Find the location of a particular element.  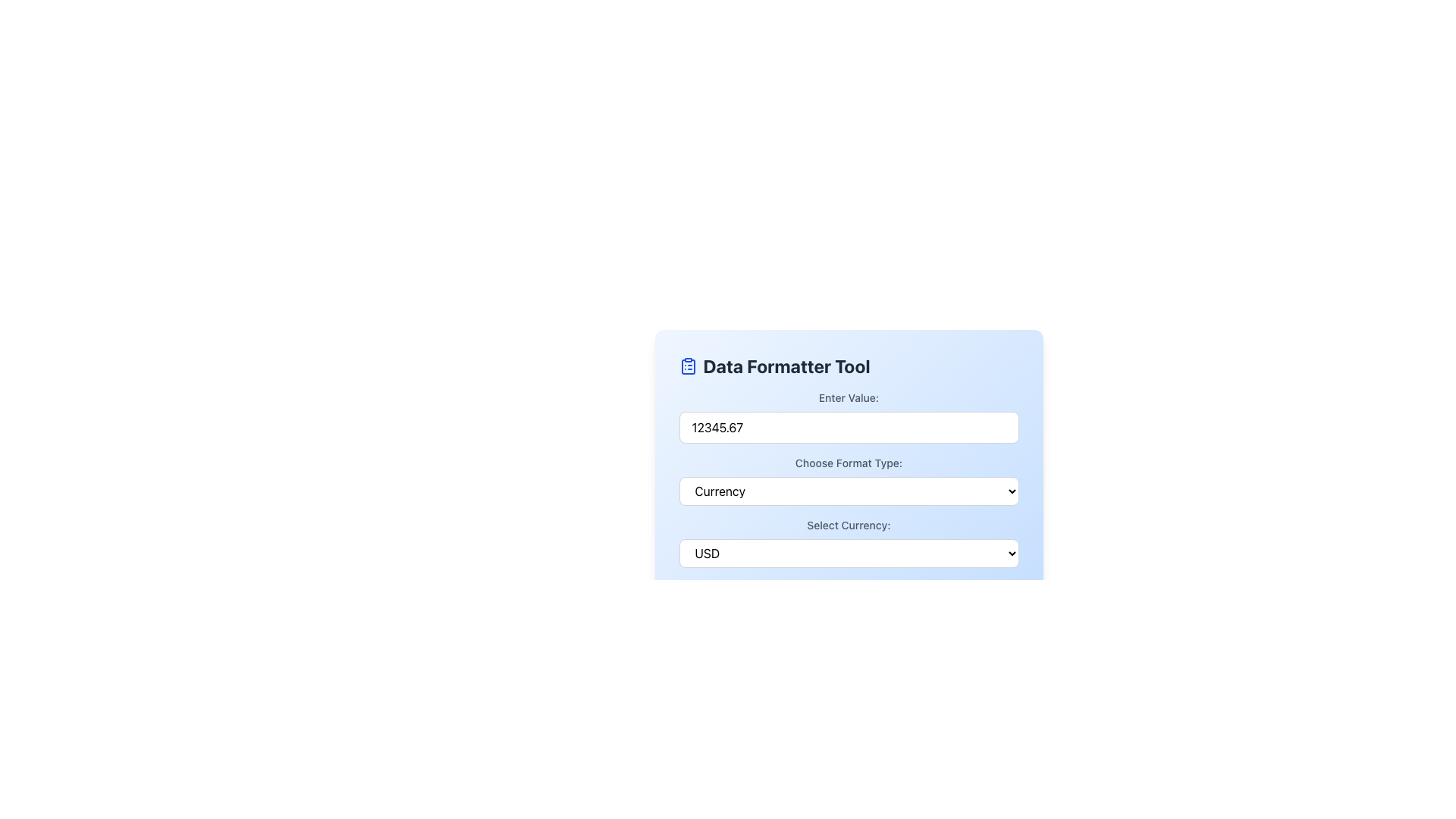

the text input field labeled 'Enter Value:' is located at coordinates (848, 417).